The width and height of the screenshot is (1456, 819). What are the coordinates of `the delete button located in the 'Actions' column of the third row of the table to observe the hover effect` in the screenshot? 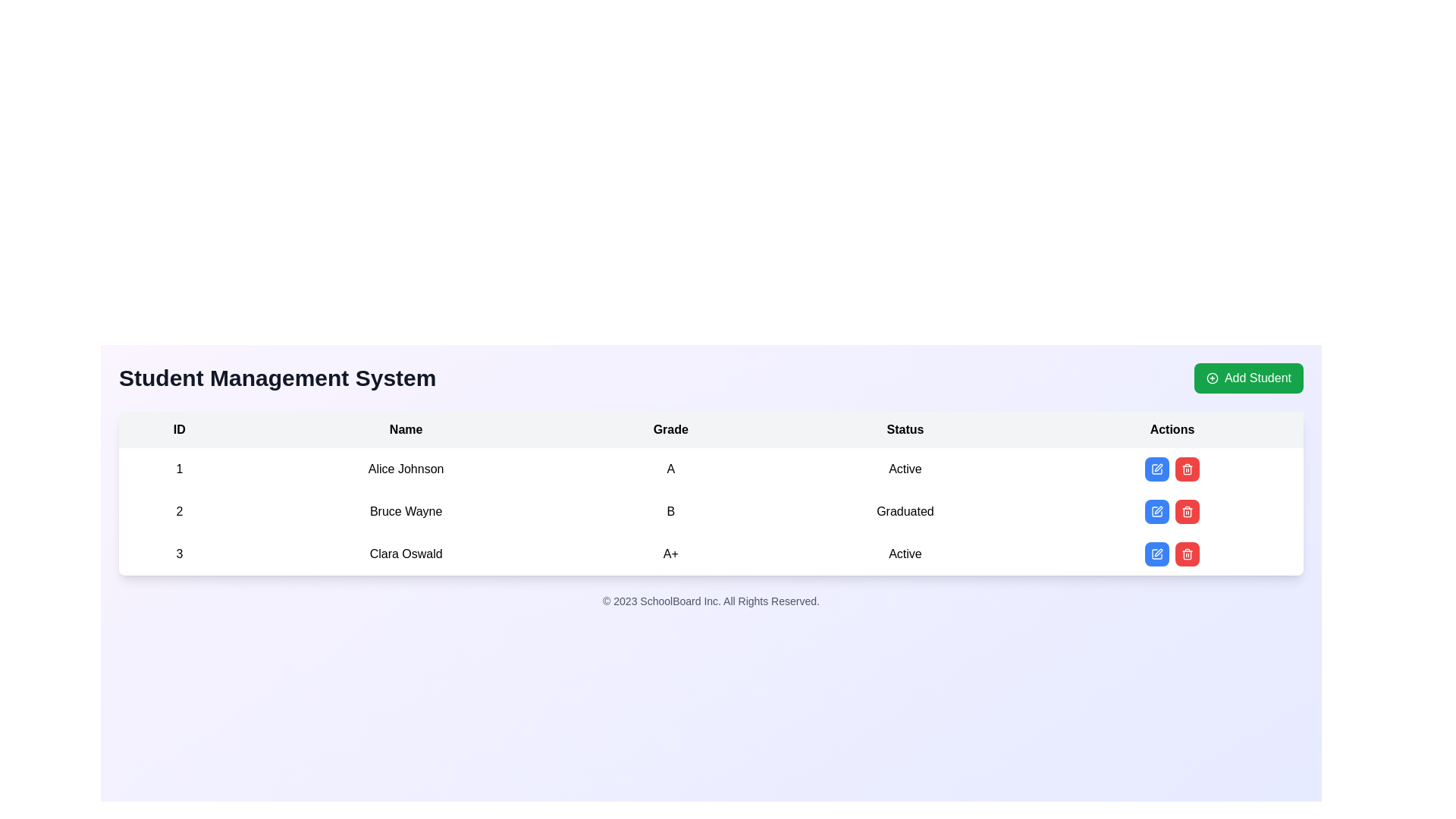 It's located at (1186, 554).